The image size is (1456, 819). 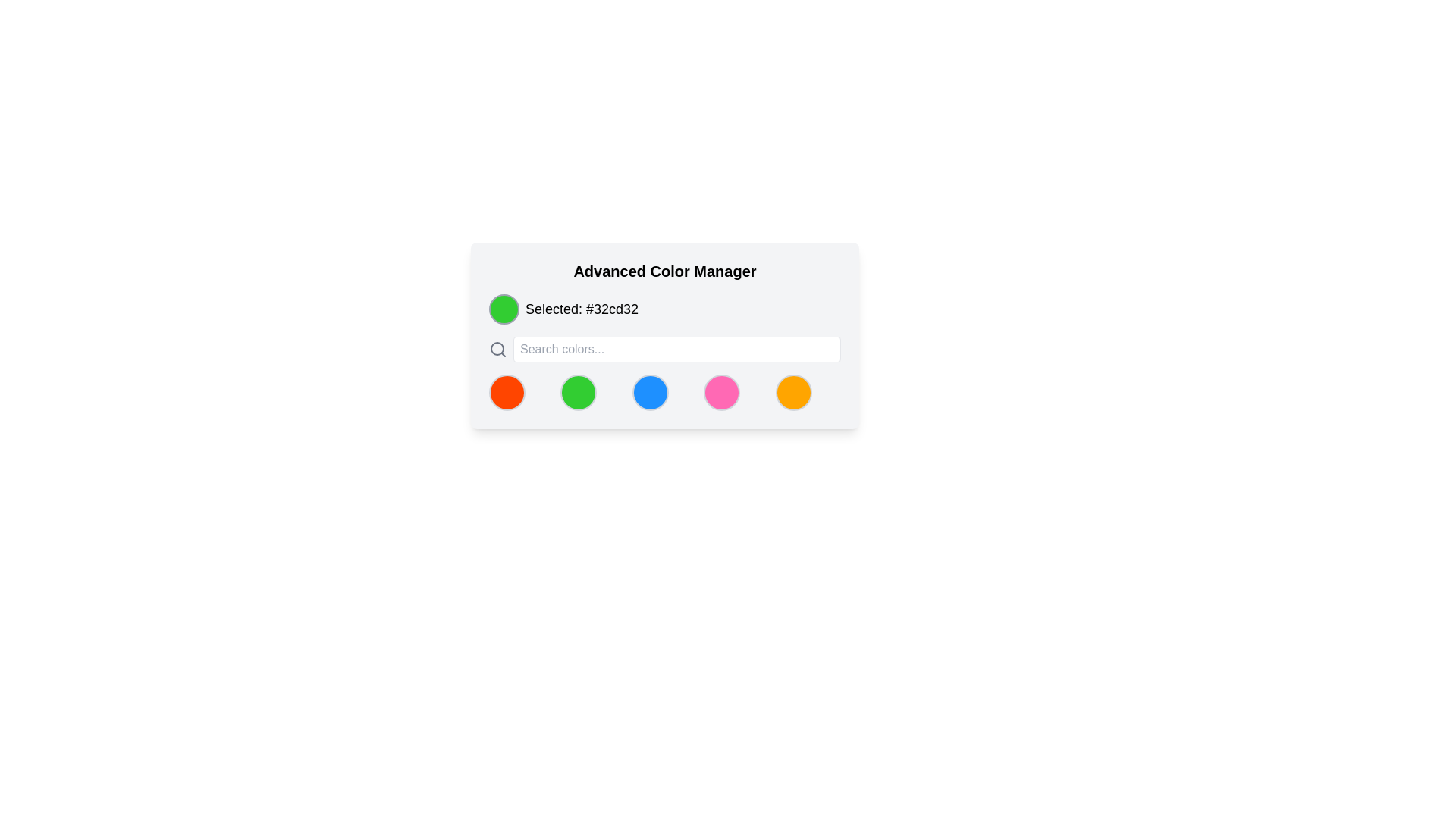 What do you see at coordinates (498, 350) in the screenshot?
I see `the search icon located to the left of the 'Search colors...' text input field in the top section of the application interface` at bounding box center [498, 350].